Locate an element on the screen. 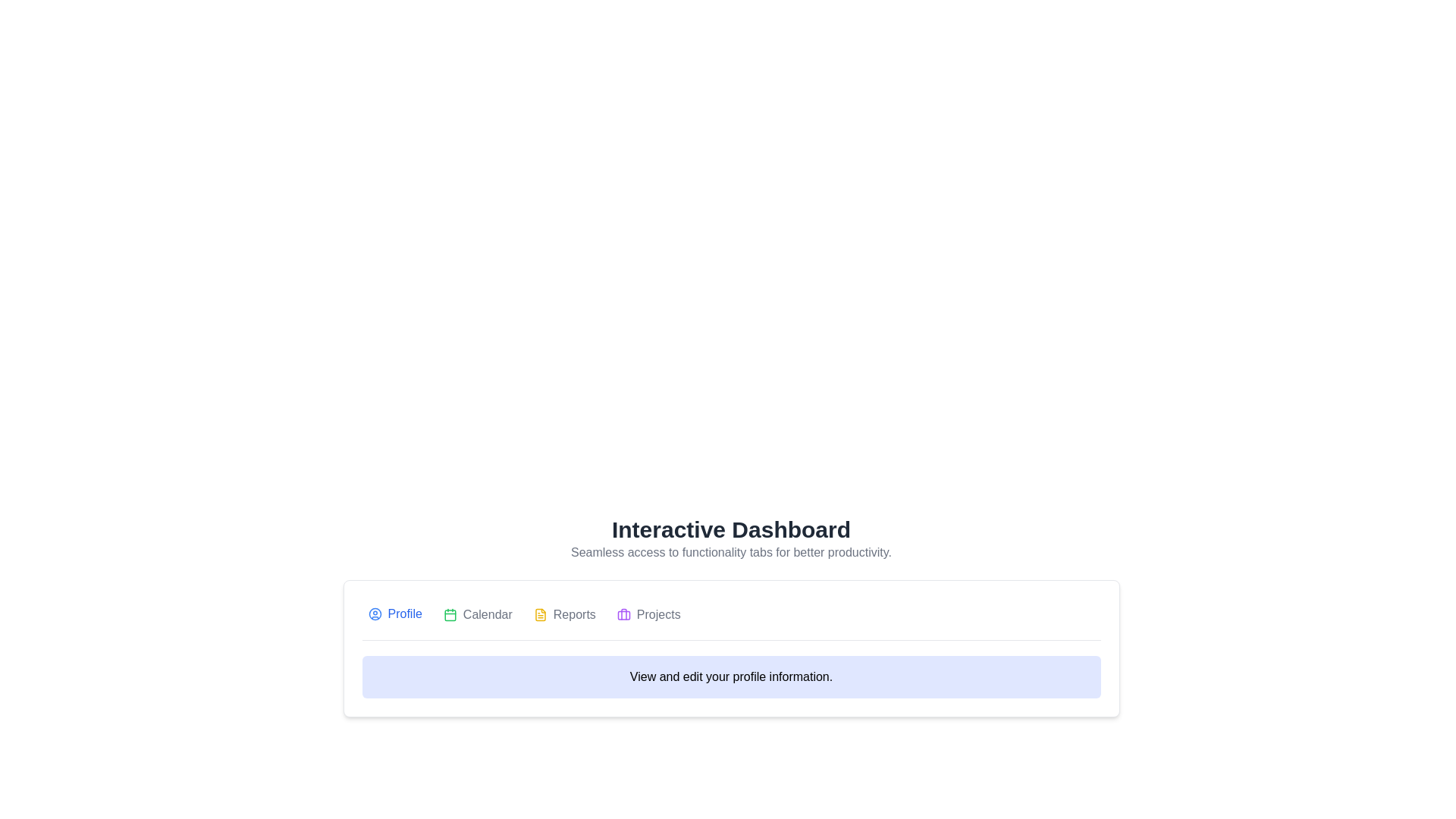  the circular profile icon with blue tones located in the top-left corner of the horizontal menu structure, which includes links such as 'Profile' and 'Calendar' is located at coordinates (375, 614).